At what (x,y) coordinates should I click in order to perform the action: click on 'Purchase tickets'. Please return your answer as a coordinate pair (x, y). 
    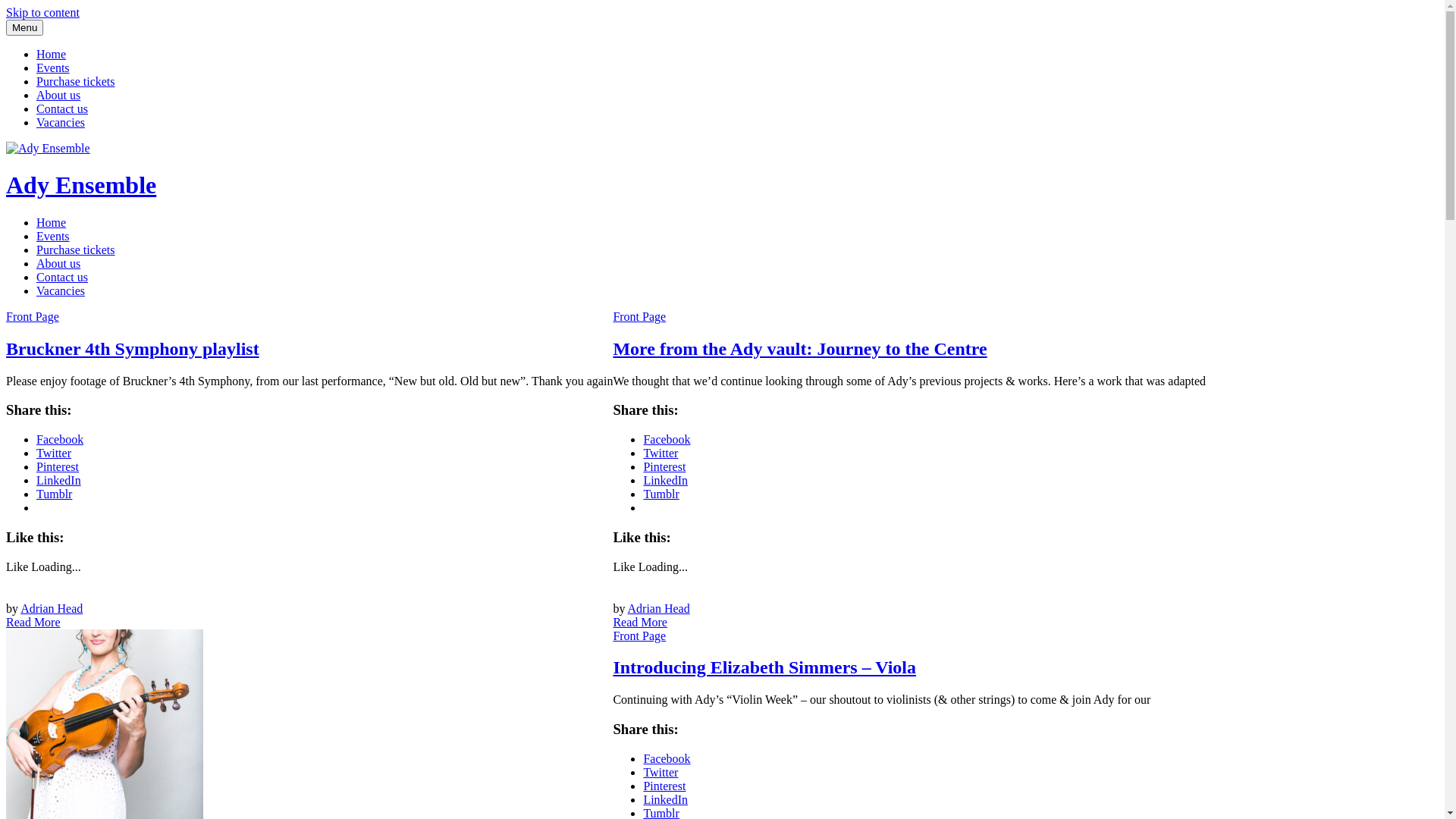
    Looking at the image, I should click on (75, 249).